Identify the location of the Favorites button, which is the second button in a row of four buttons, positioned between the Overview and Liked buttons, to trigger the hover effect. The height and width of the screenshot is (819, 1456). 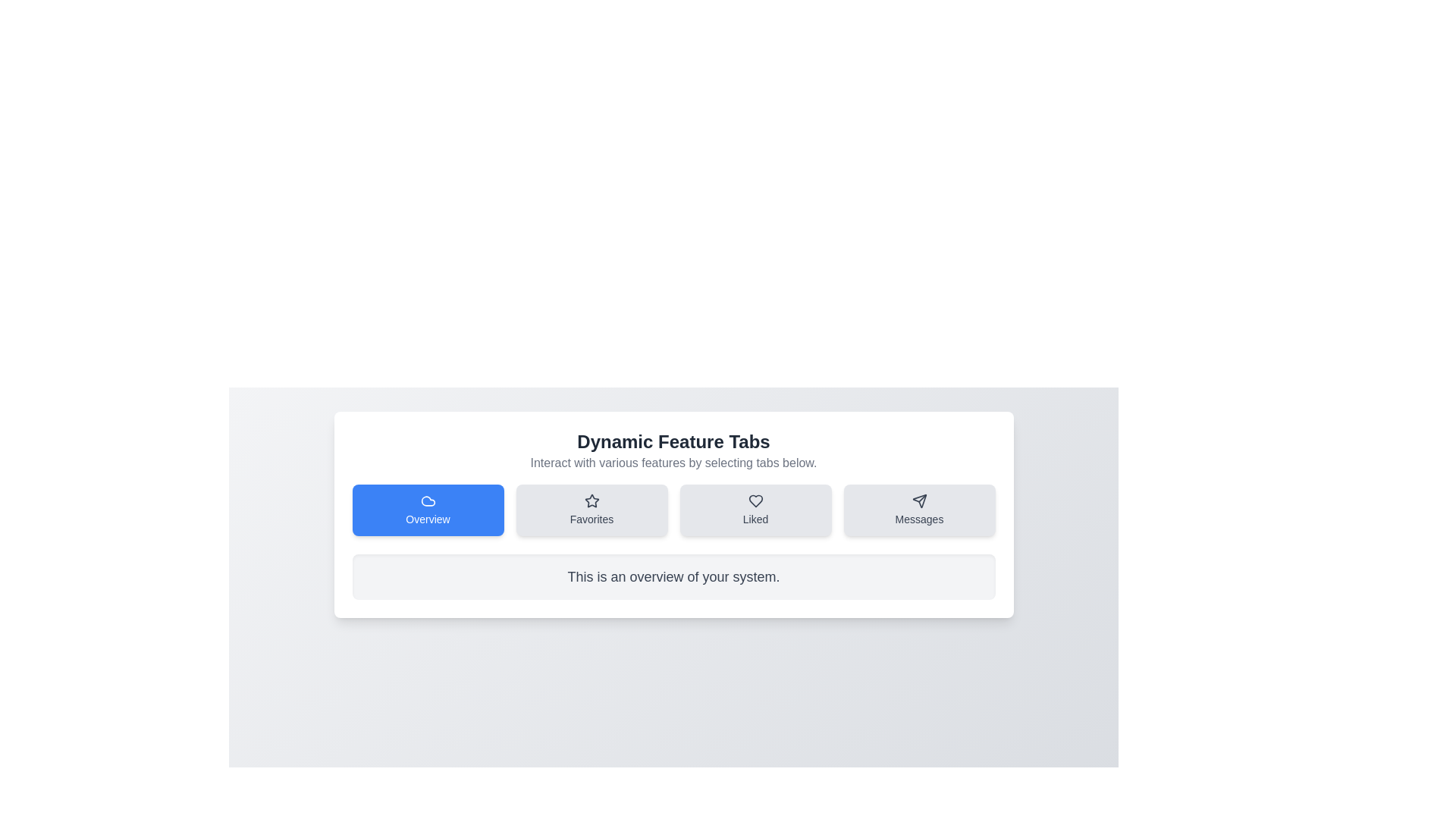
(591, 510).